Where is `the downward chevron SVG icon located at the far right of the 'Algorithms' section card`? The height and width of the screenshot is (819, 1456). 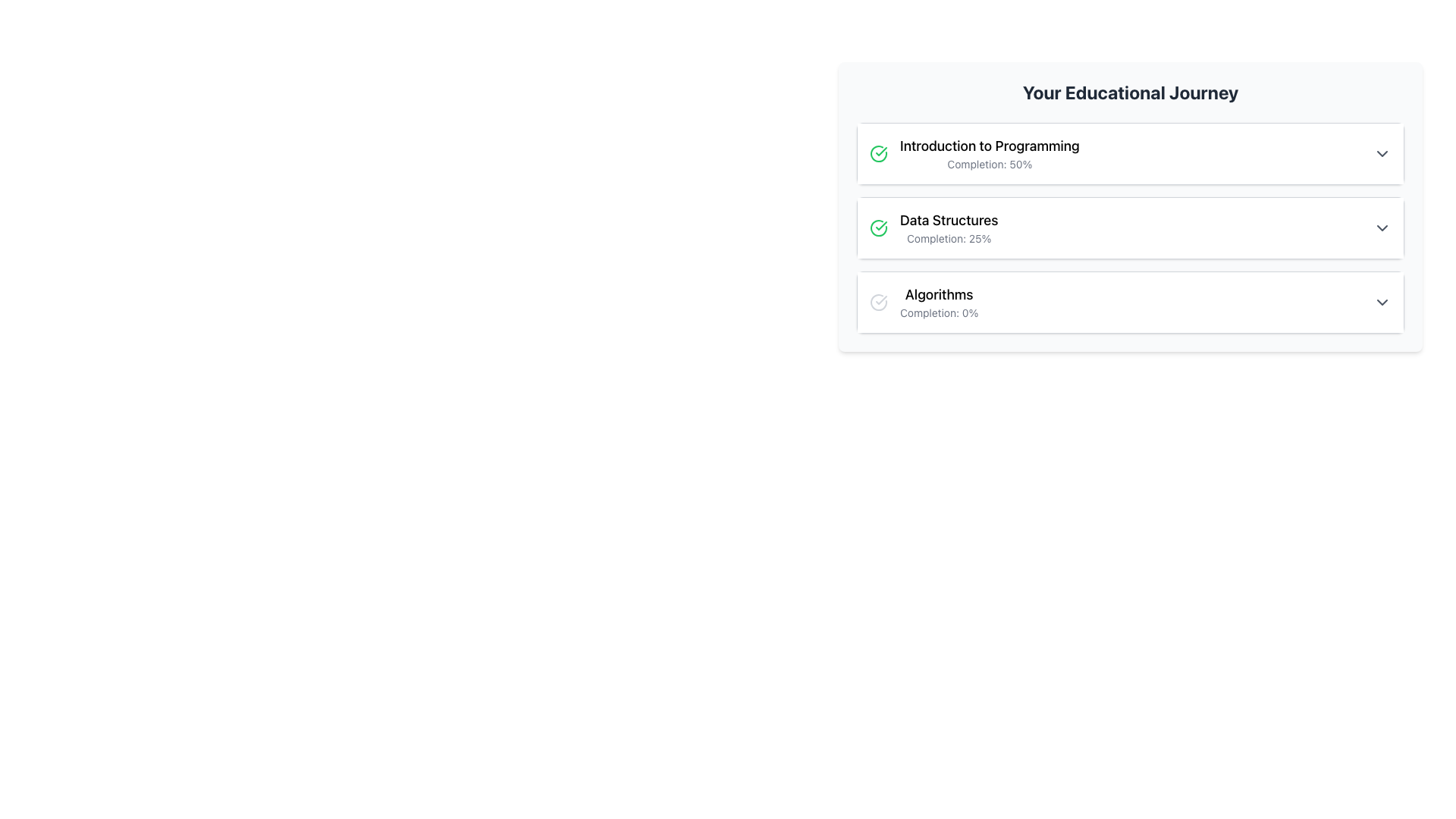 the downward chevron SVG icon located at the far right of the 'Algorithms' section card is located at coordinates (1382, 302).